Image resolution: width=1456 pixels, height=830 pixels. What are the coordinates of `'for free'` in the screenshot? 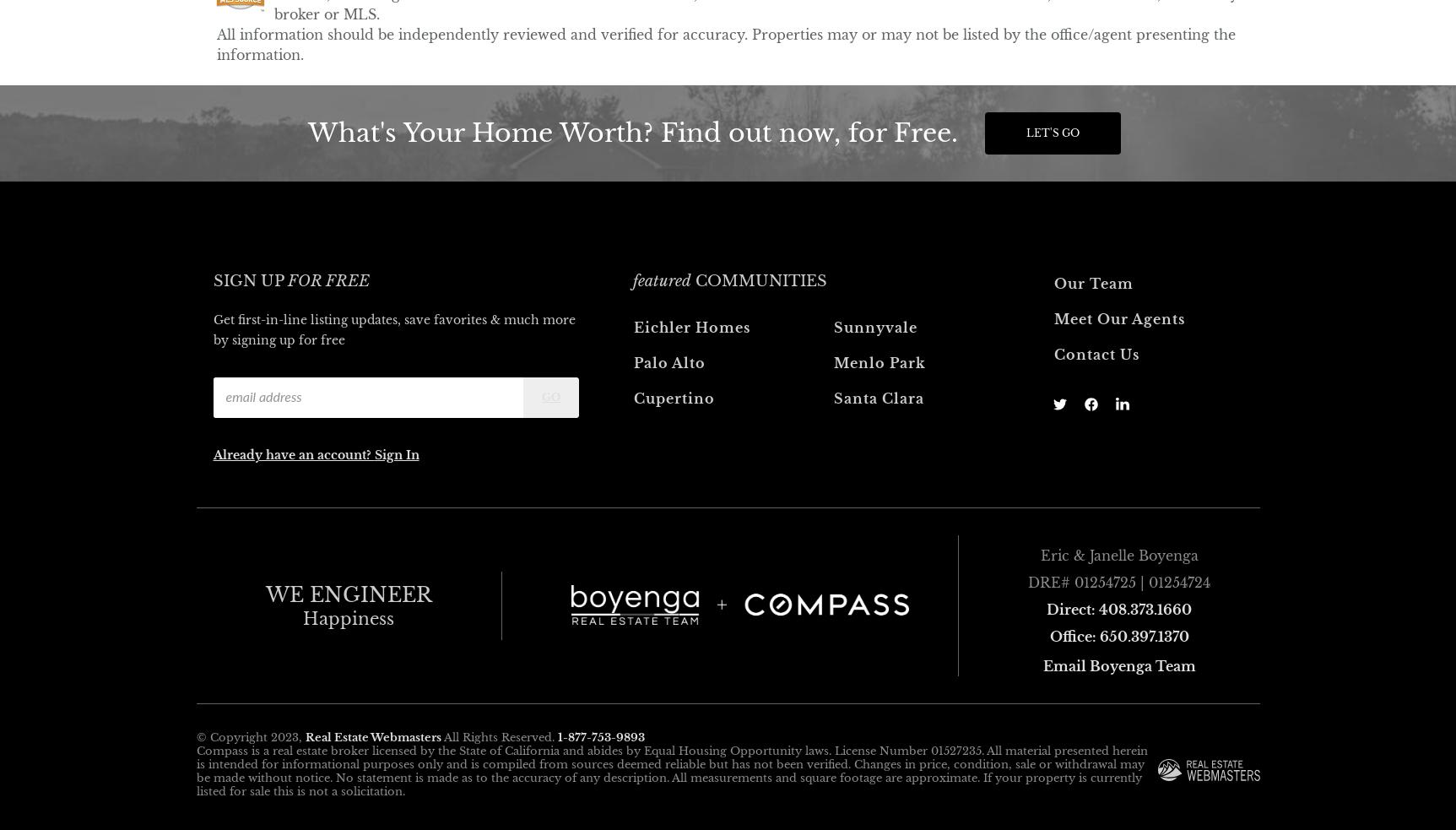 It's located at (327, 280).